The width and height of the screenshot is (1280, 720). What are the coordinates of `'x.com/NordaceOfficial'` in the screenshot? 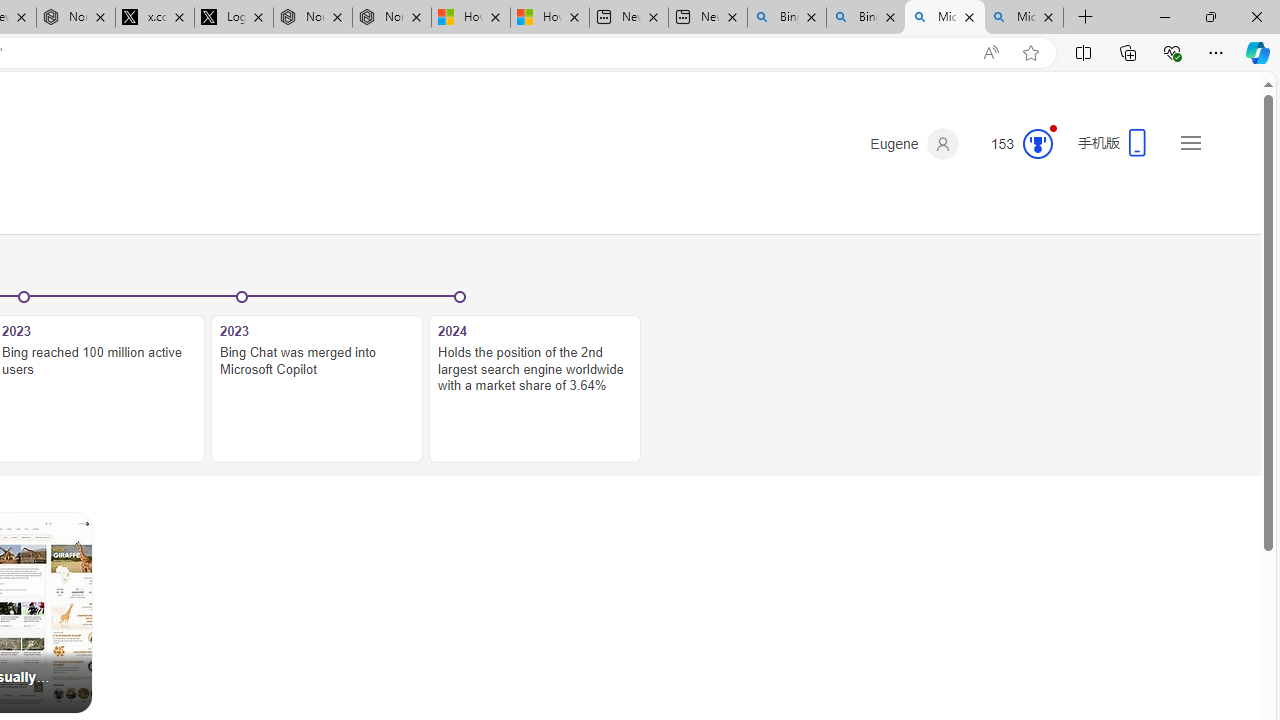 It's located at (154, 17).